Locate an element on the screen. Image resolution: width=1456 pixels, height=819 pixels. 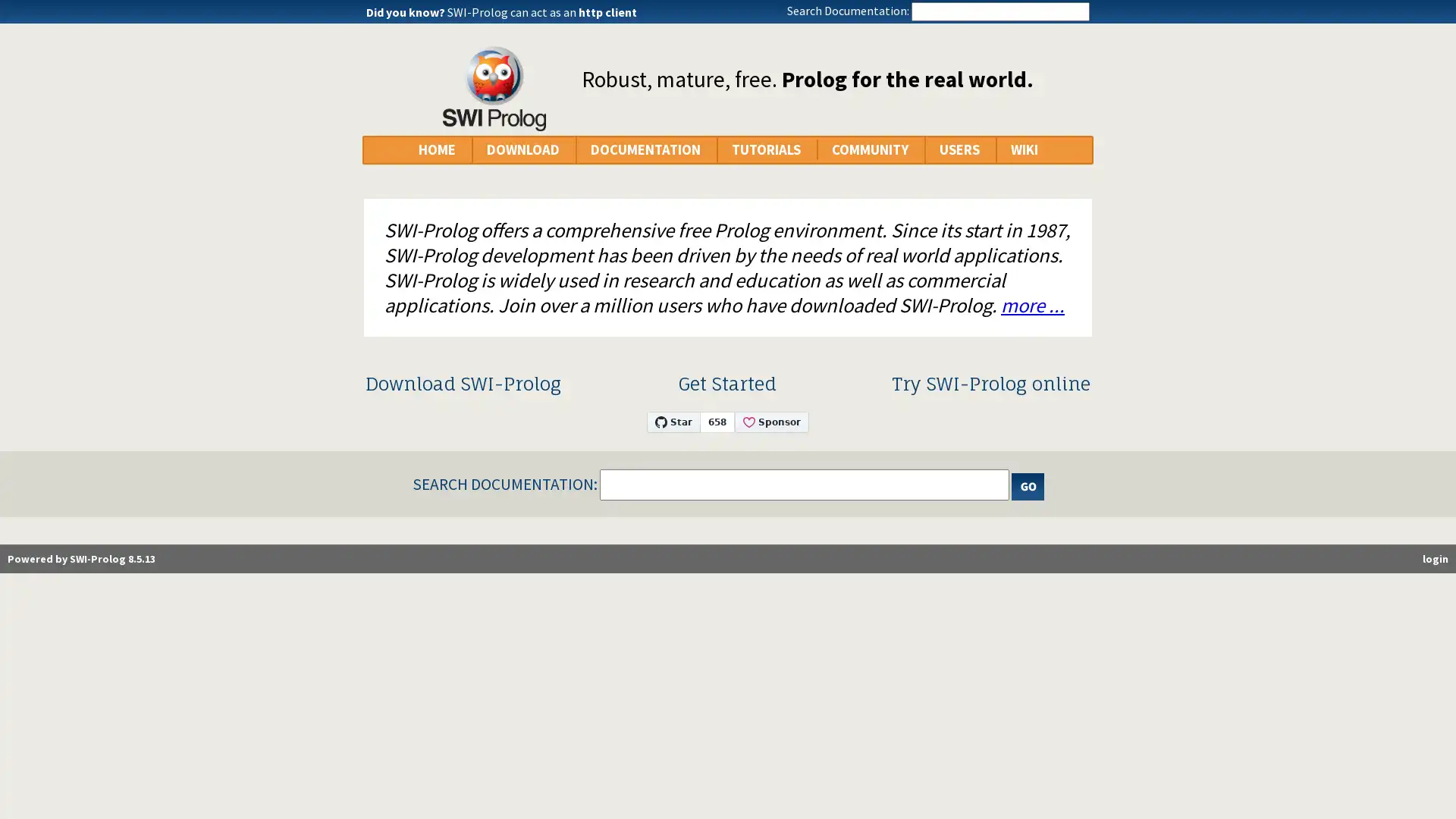
Search is located at coordinates (1027, 486).